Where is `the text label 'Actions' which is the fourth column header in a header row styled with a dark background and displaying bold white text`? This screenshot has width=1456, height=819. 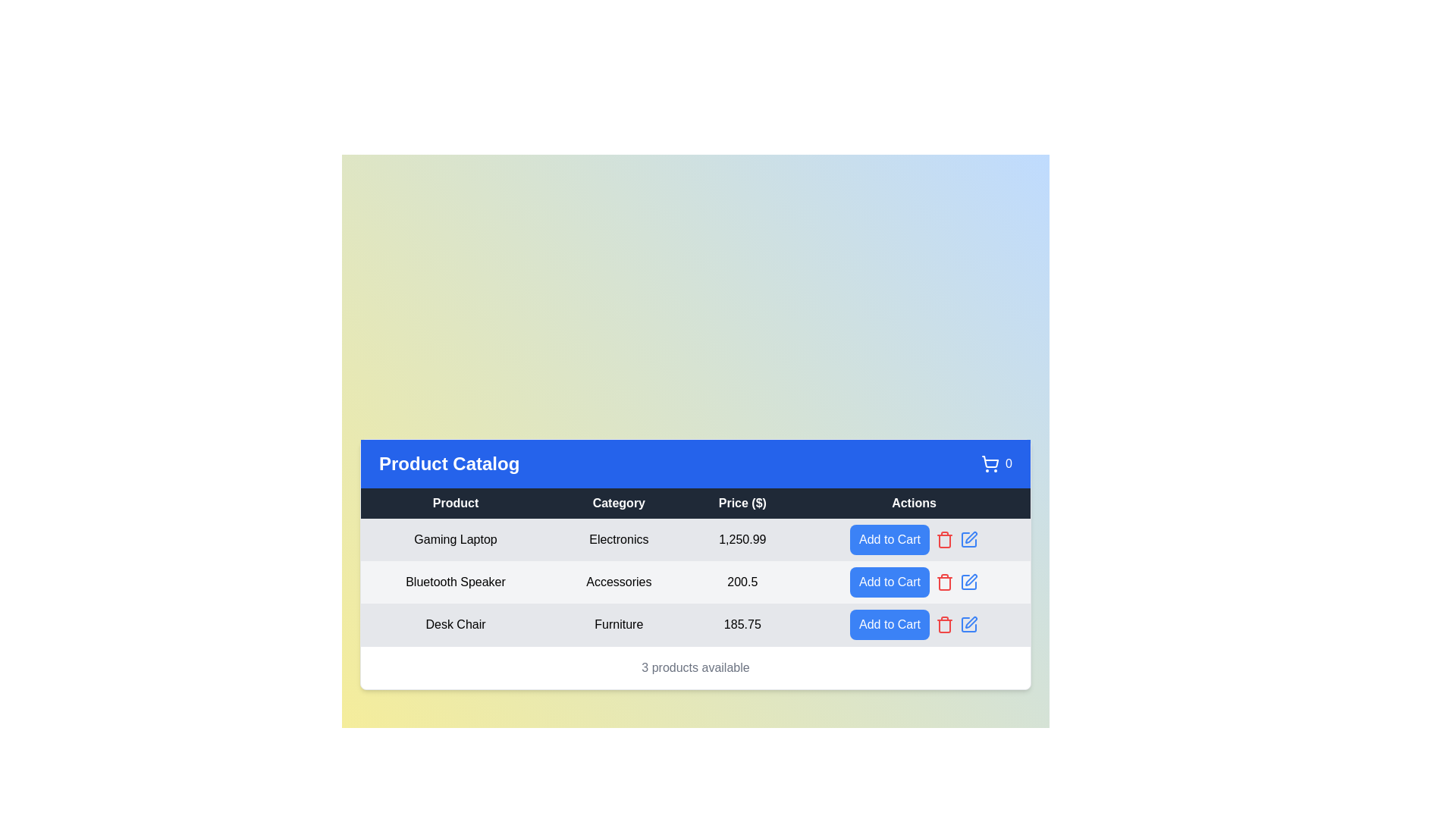 the text label 'Actions' which is the fourth column header in a header row styled with a dark background and displaying bold white text is located at coordinates (913, 503).